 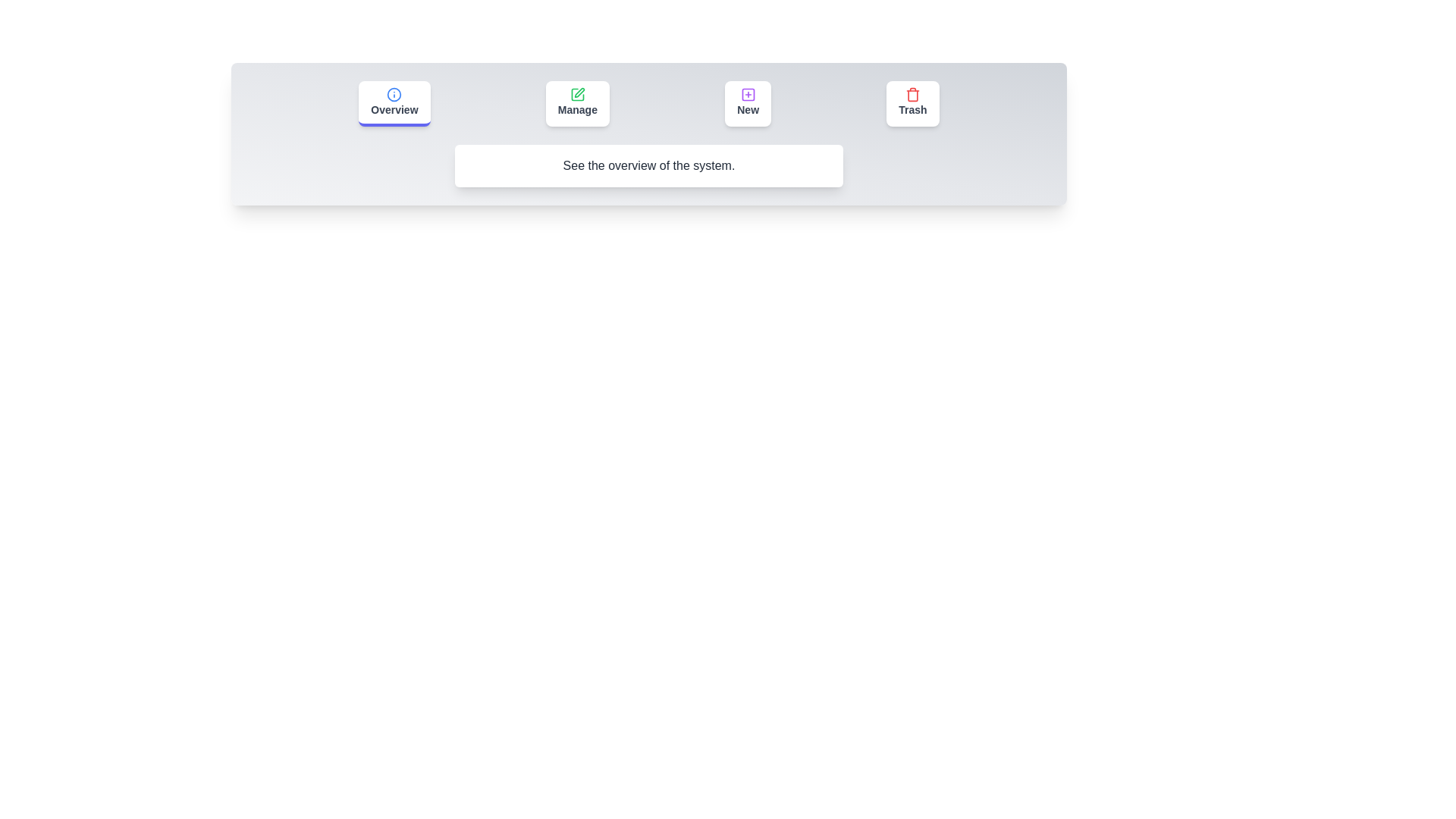 What do you see at coordinates (912, 103) in the screenshot?
I see `the tab labeled Trash` at bounding box center [912, 103].